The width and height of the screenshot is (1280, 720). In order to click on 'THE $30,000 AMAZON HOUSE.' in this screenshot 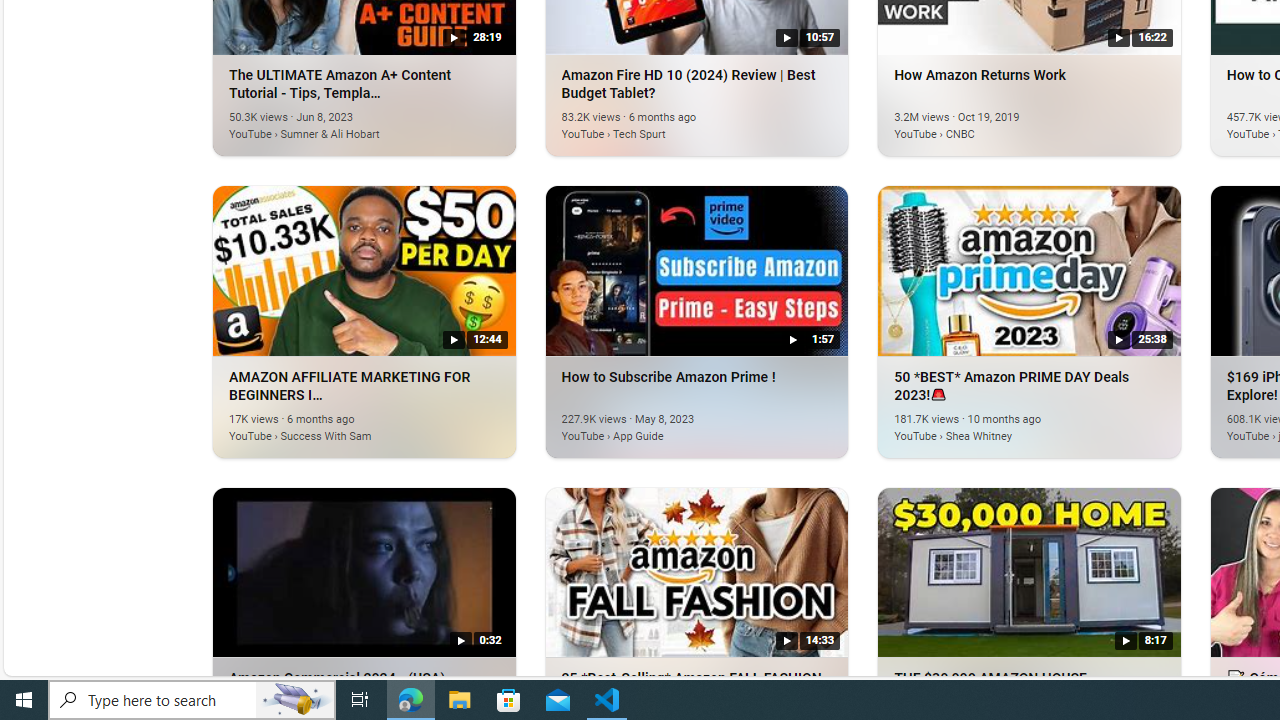, I will do `click(1029, 571)`.